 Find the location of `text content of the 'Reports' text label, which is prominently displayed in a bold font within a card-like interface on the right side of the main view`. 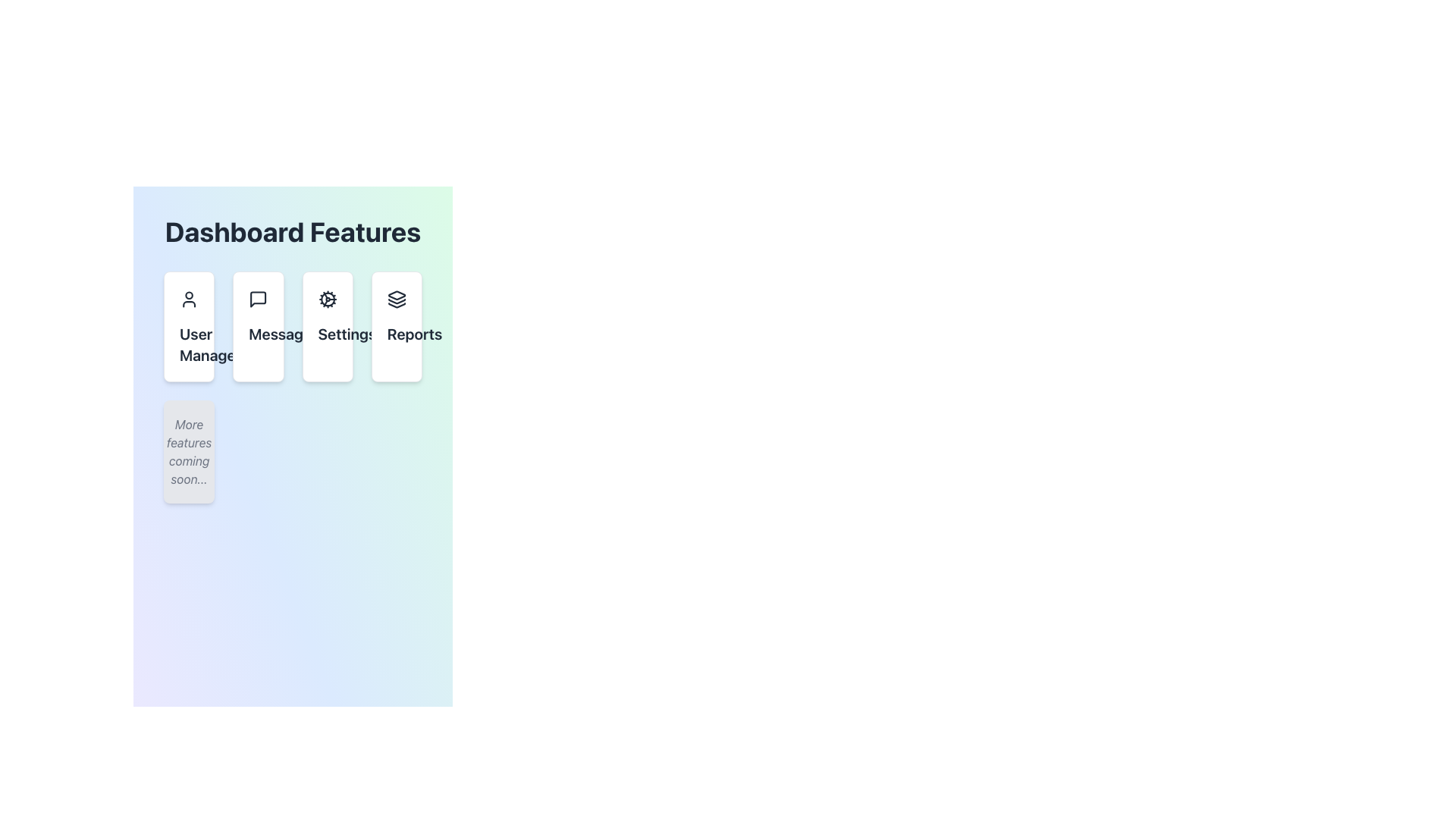

text content of the 'Reports' text label, which is prominently displayed in a bold font within a card-like interface on the right side of the main view is located at coordinates (397, 333).